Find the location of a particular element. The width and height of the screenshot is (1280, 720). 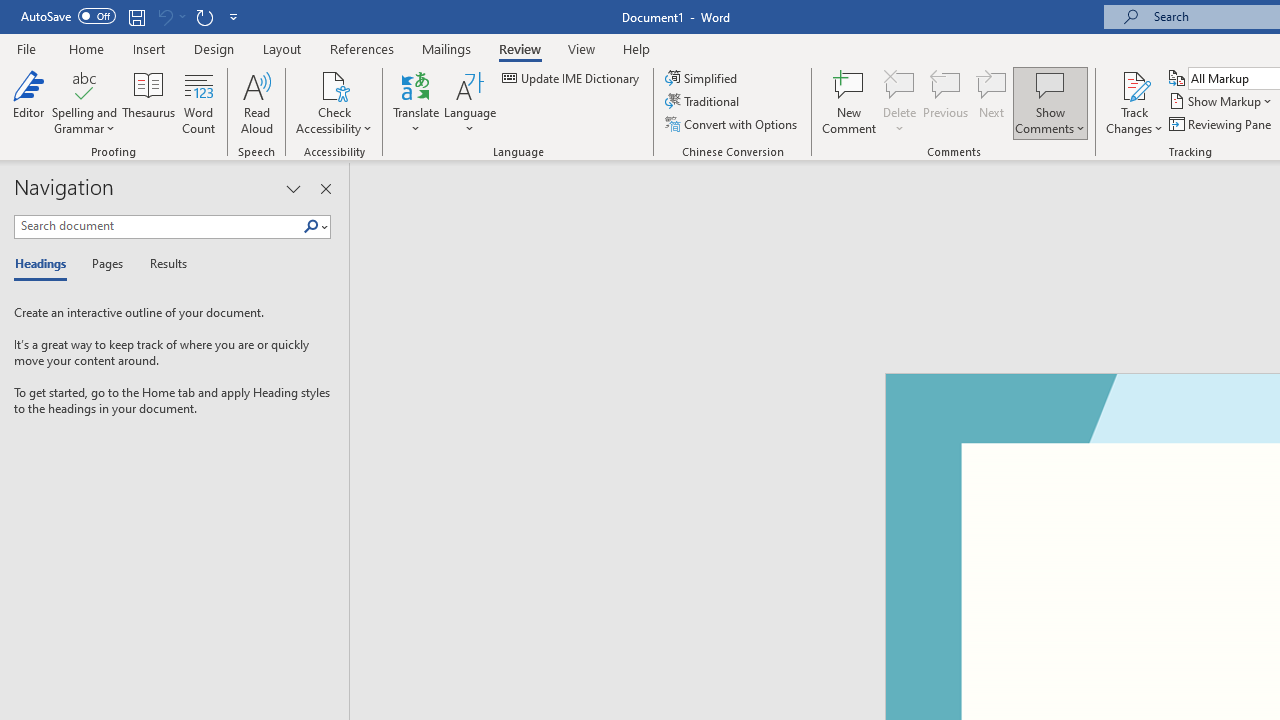

'Show Comments' is located at coordinates (1049, 84).